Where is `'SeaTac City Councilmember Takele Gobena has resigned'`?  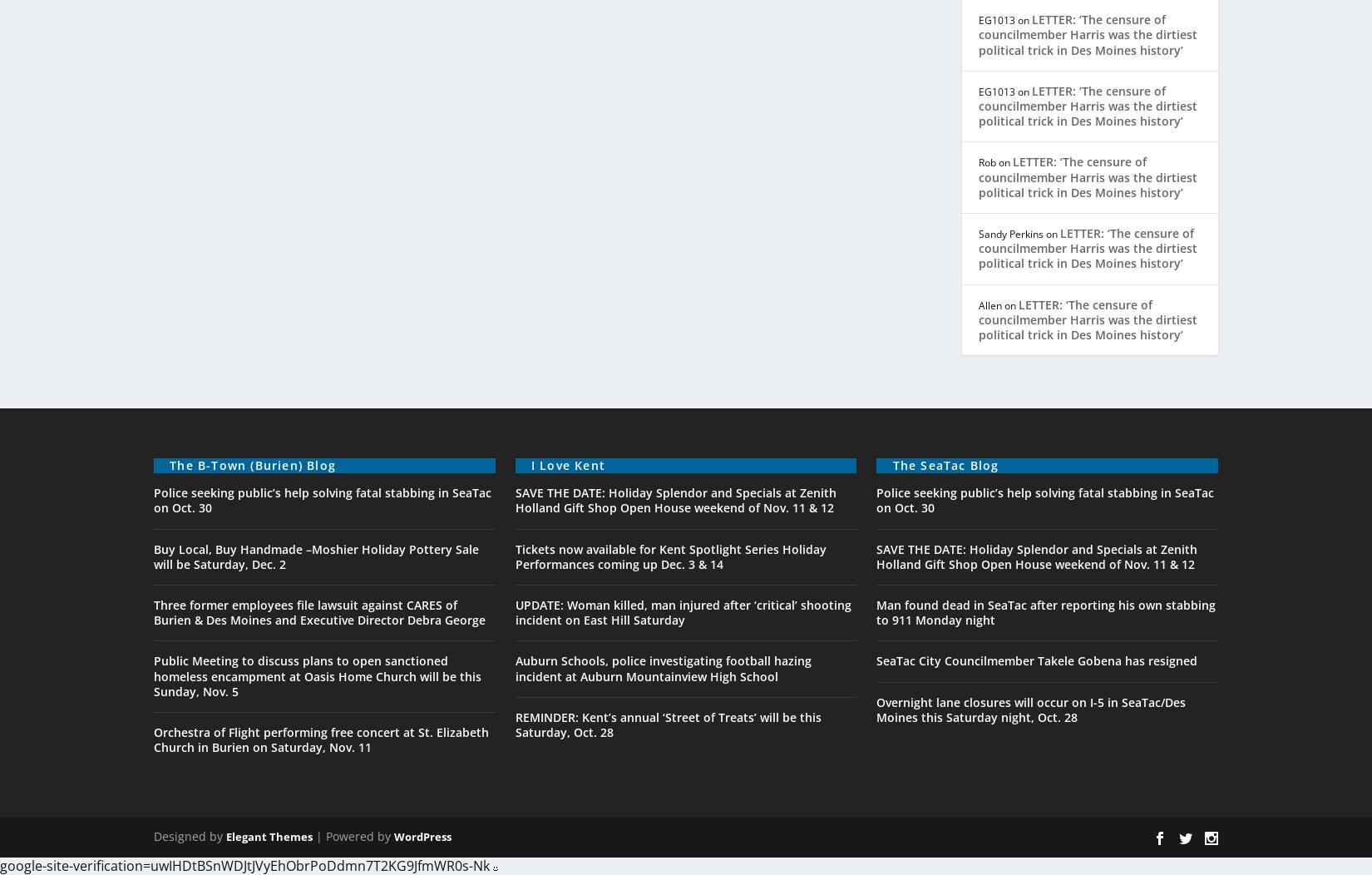 'SeaTac City Councilmember Takele Gobena has resigned' is located at coordinates (1036, 660).